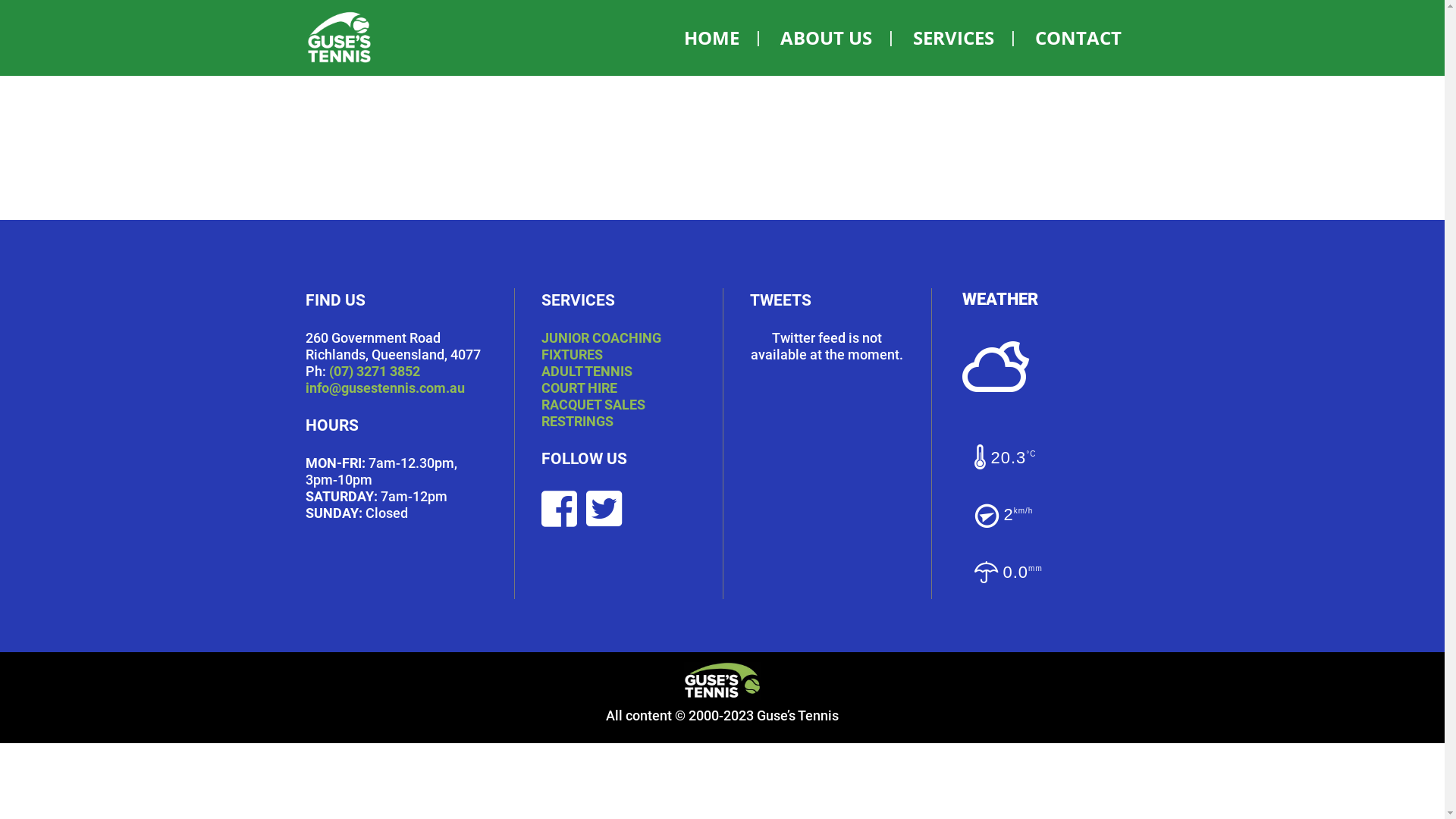  I want to click on 'RACQUET SALES', so click(541, 403).